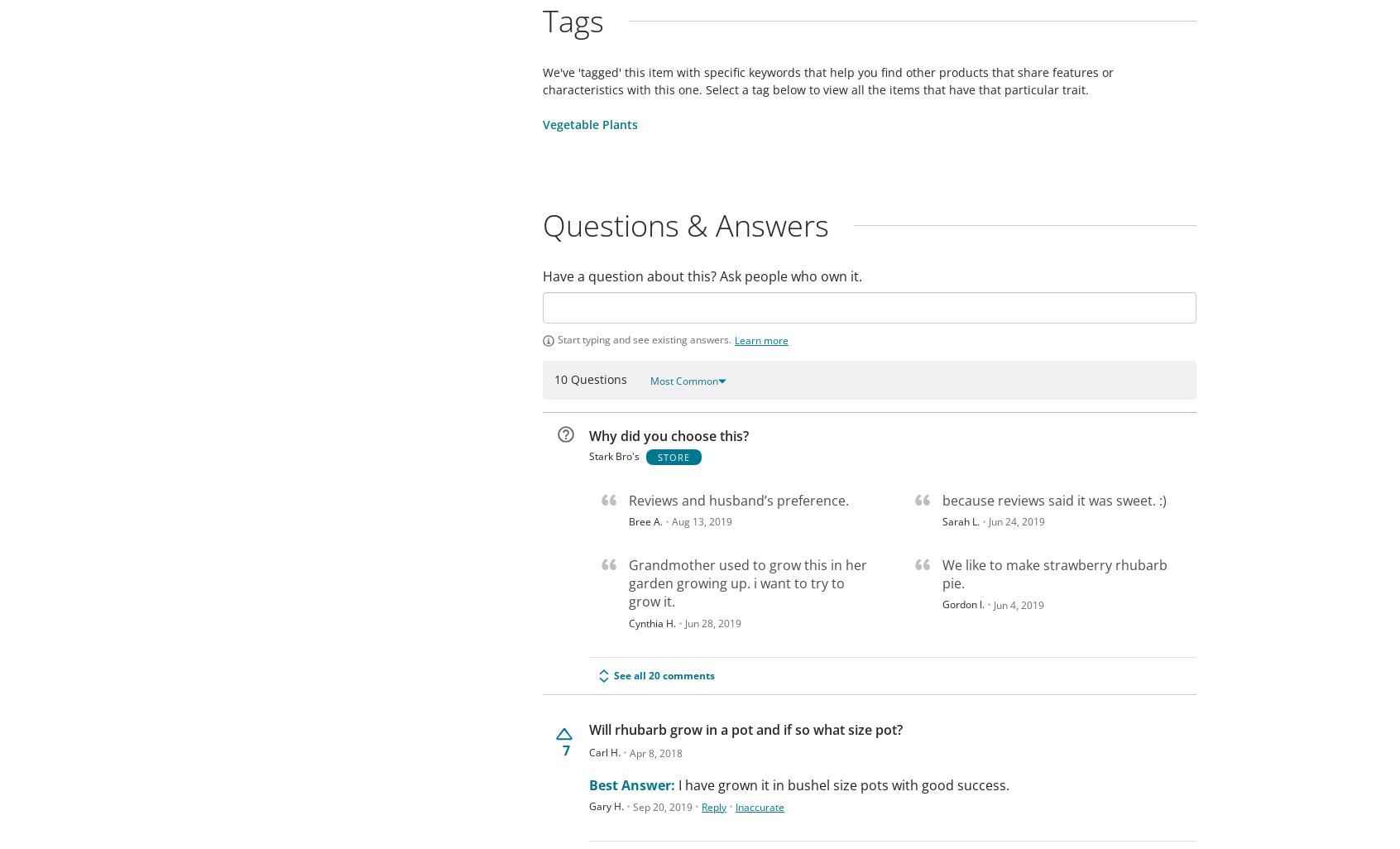  I want to click on '7', so click(565, 749).